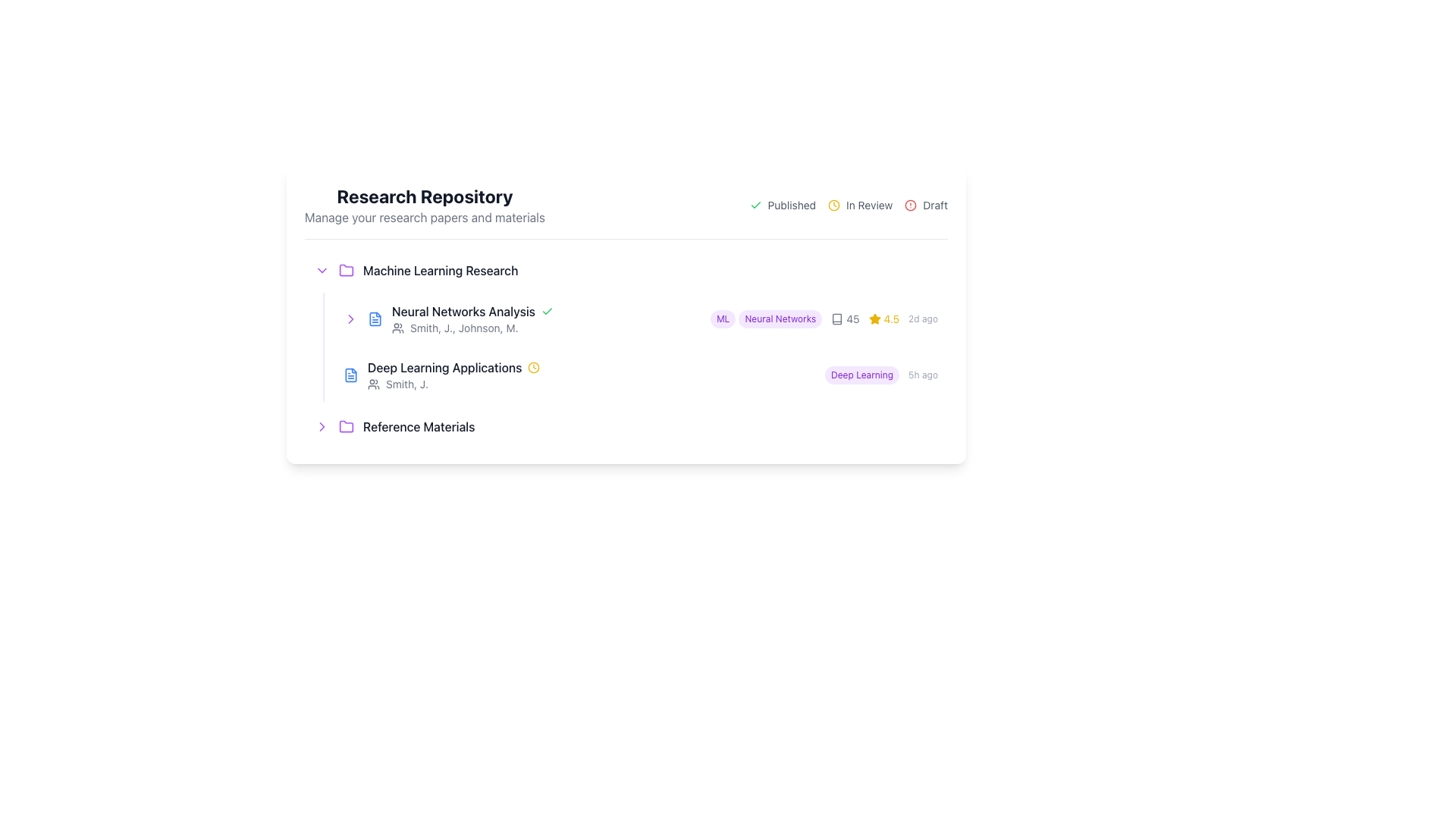 The image size is (1456, 819). Describe the element at coordinates (833, 205) in the screenshot. I see `the yellow clock icon located in the top-right corner of the interface, which is part of the status indicators group, specifically positioned between the green checkmark and the red caution symbol` at that location.